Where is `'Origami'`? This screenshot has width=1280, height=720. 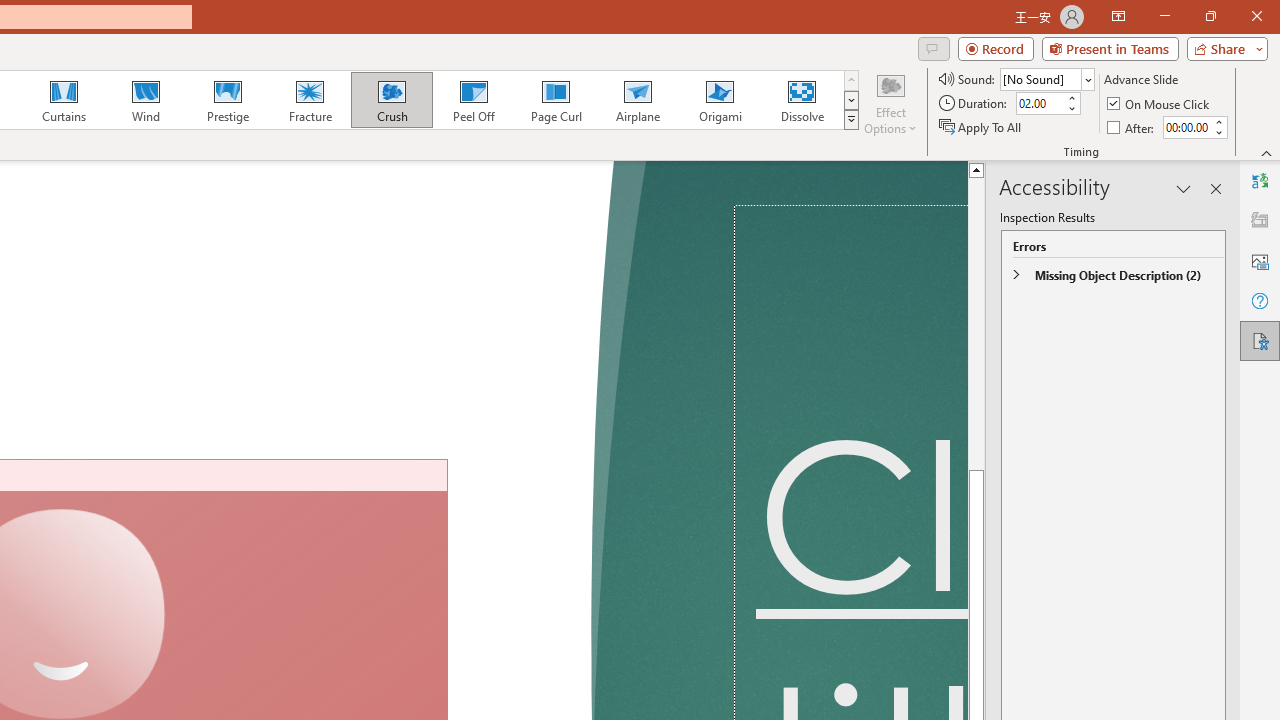 'Origami' is located at coordinates (720, 100).